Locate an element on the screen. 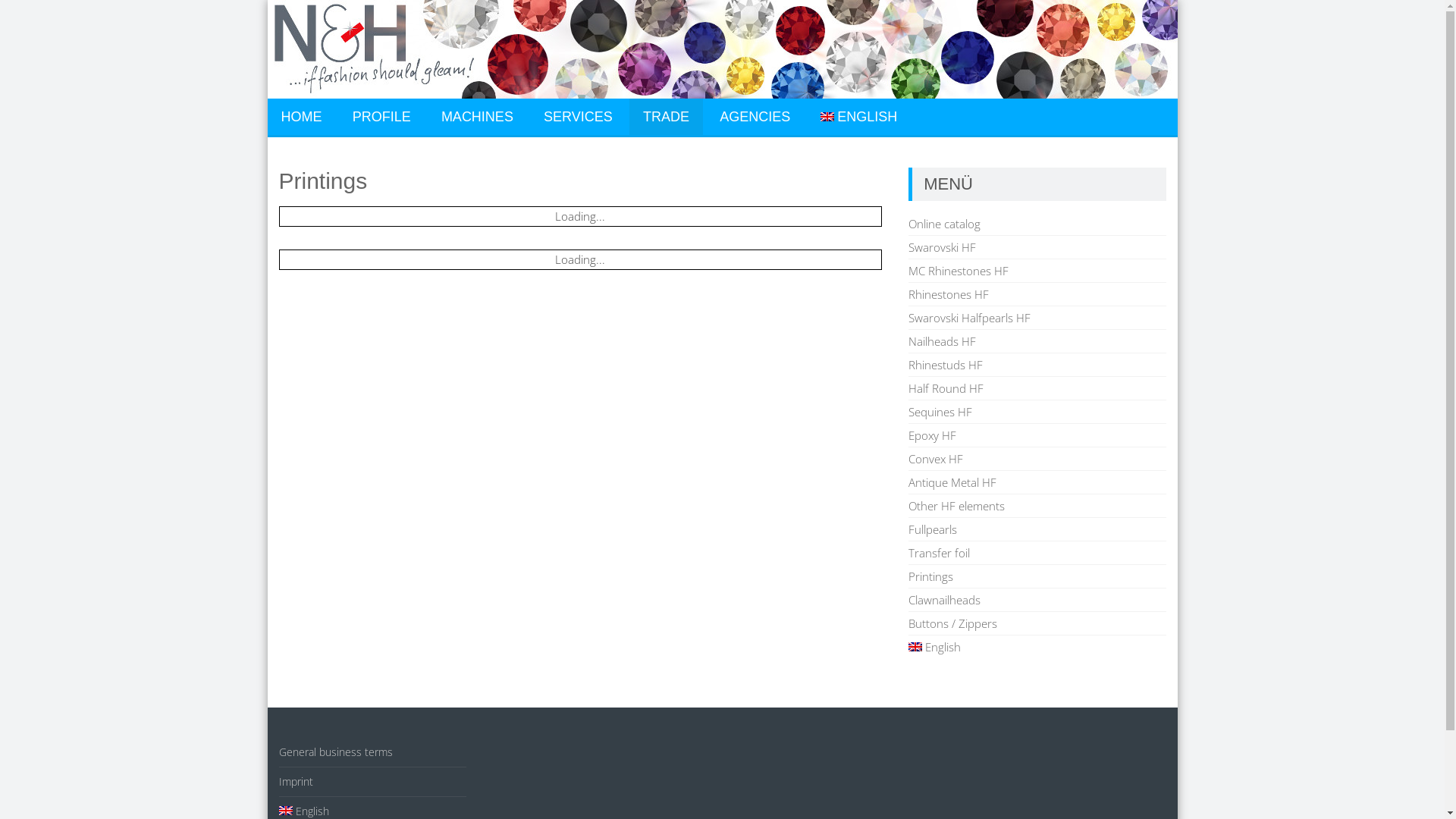 Image resolution: width=1456 pixels, height=819 pixels. 'Sequines HF' is located at coordinates (908, 412).